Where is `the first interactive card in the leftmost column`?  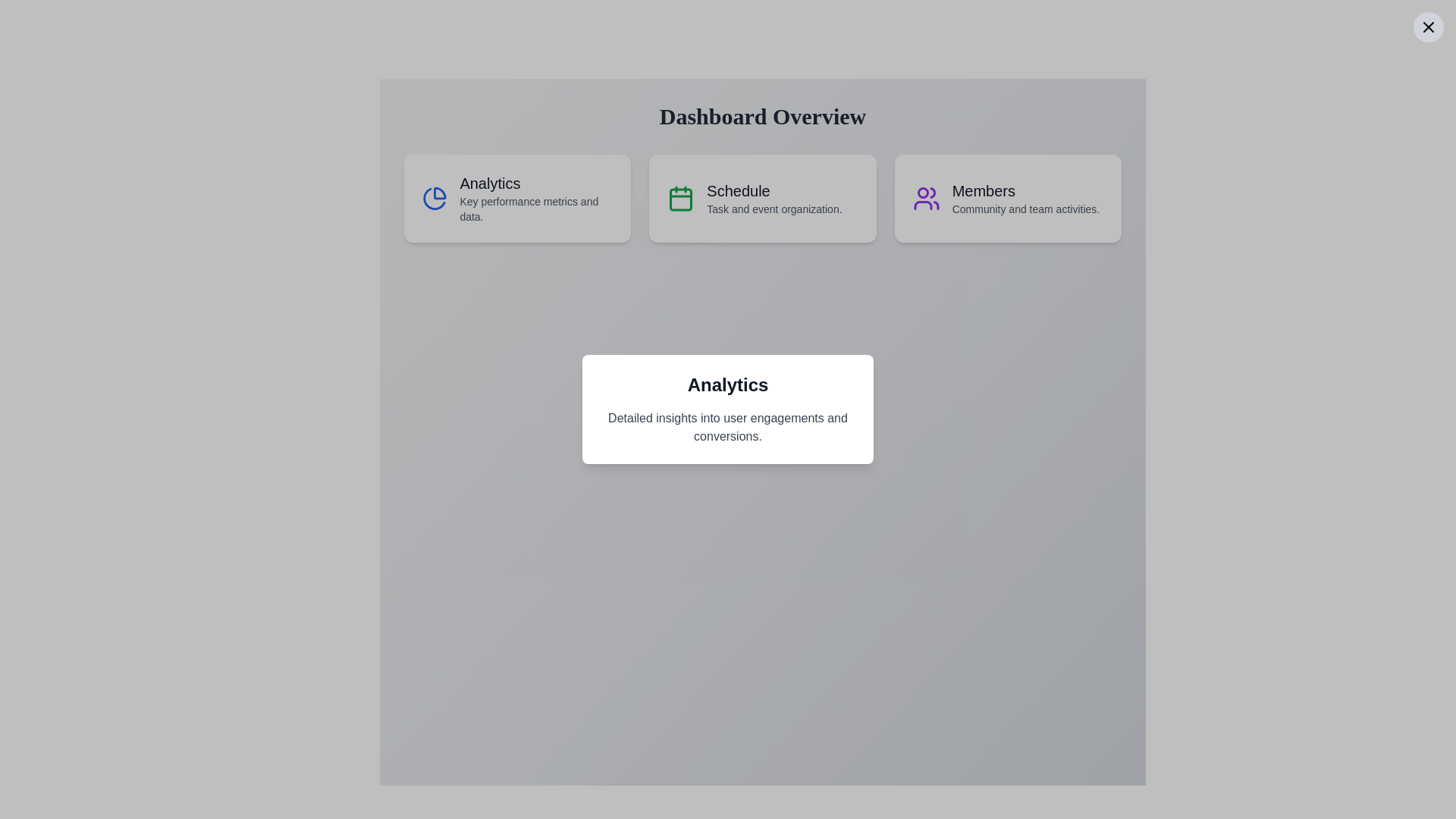
the first interactive card in the leftmost column is located at coordinates (517, 198).